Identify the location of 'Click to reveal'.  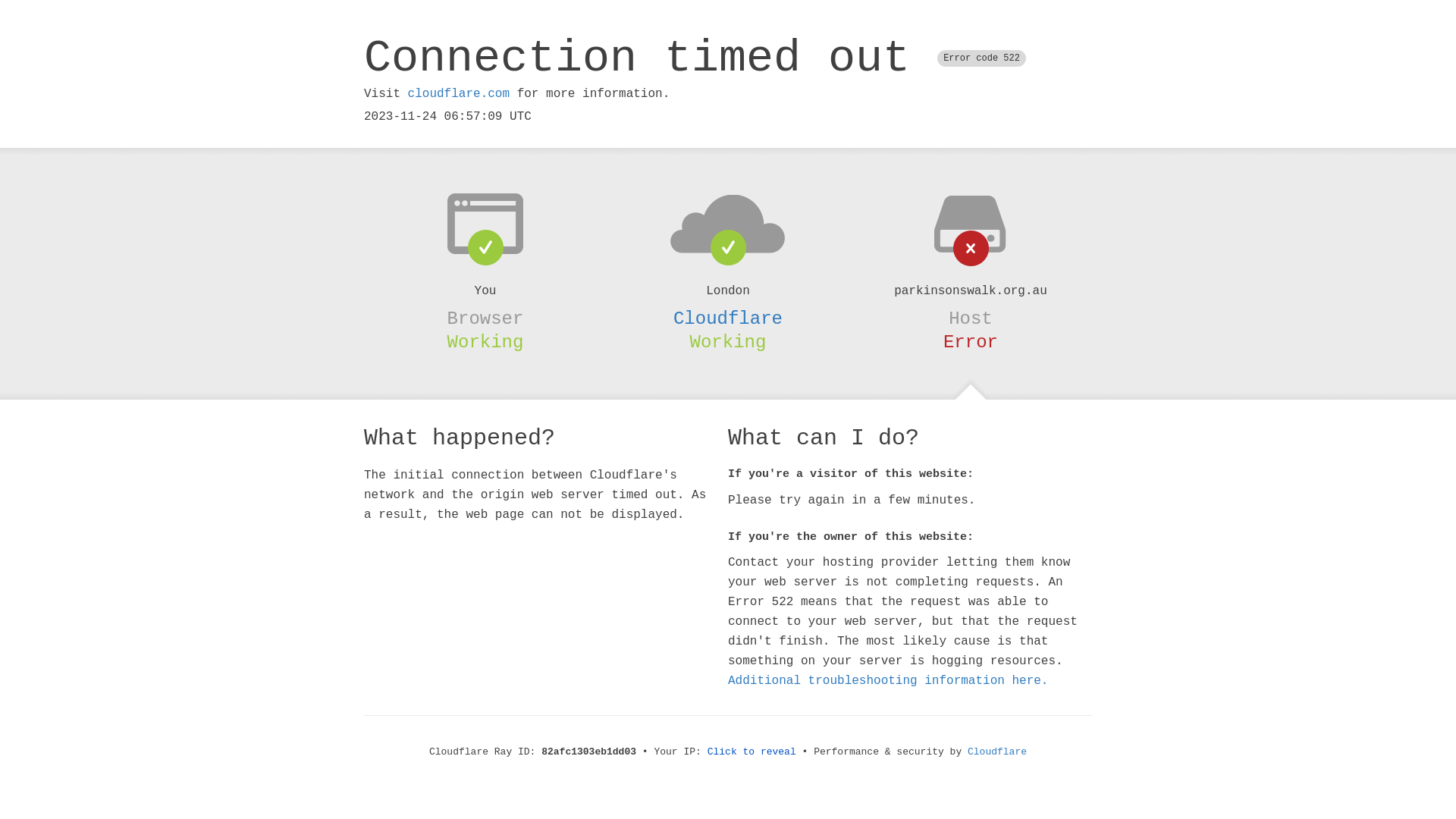
(752, 752).